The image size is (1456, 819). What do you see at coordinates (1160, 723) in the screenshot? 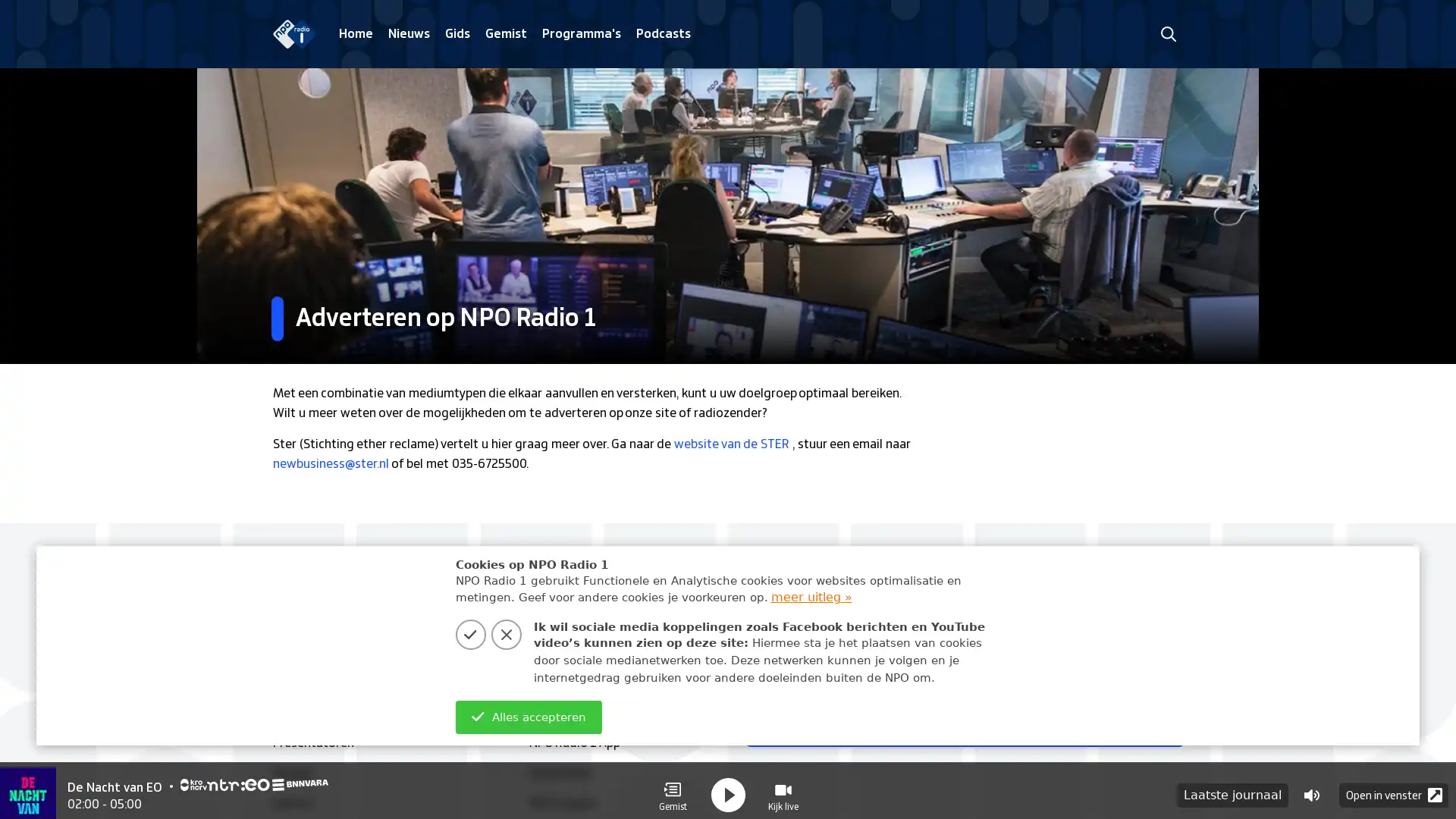
I see `AnchorChevron` at bounding box center [1160, 723].